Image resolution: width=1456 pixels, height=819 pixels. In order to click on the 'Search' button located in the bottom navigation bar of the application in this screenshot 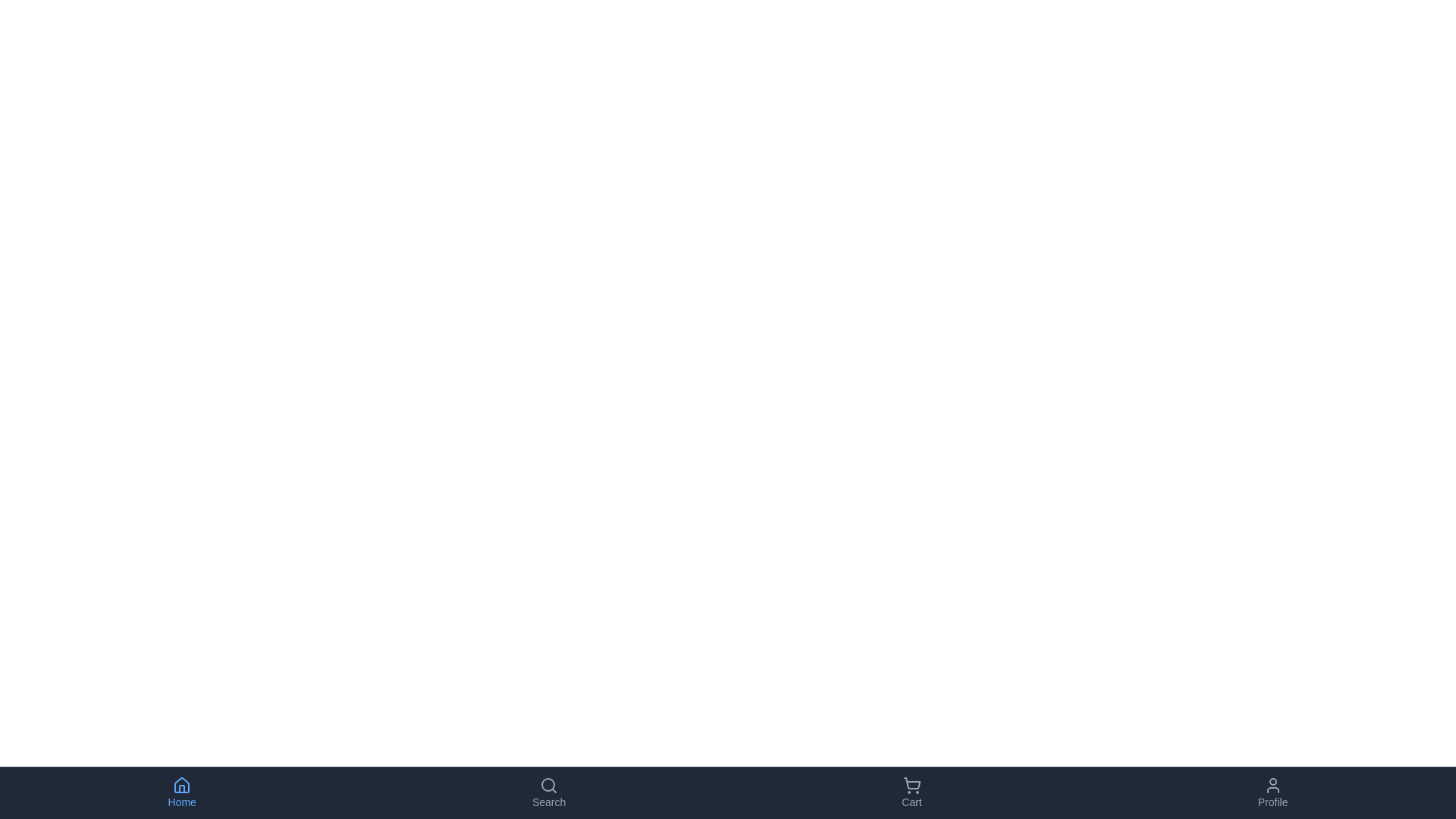, I will do `click(548, 792)`.